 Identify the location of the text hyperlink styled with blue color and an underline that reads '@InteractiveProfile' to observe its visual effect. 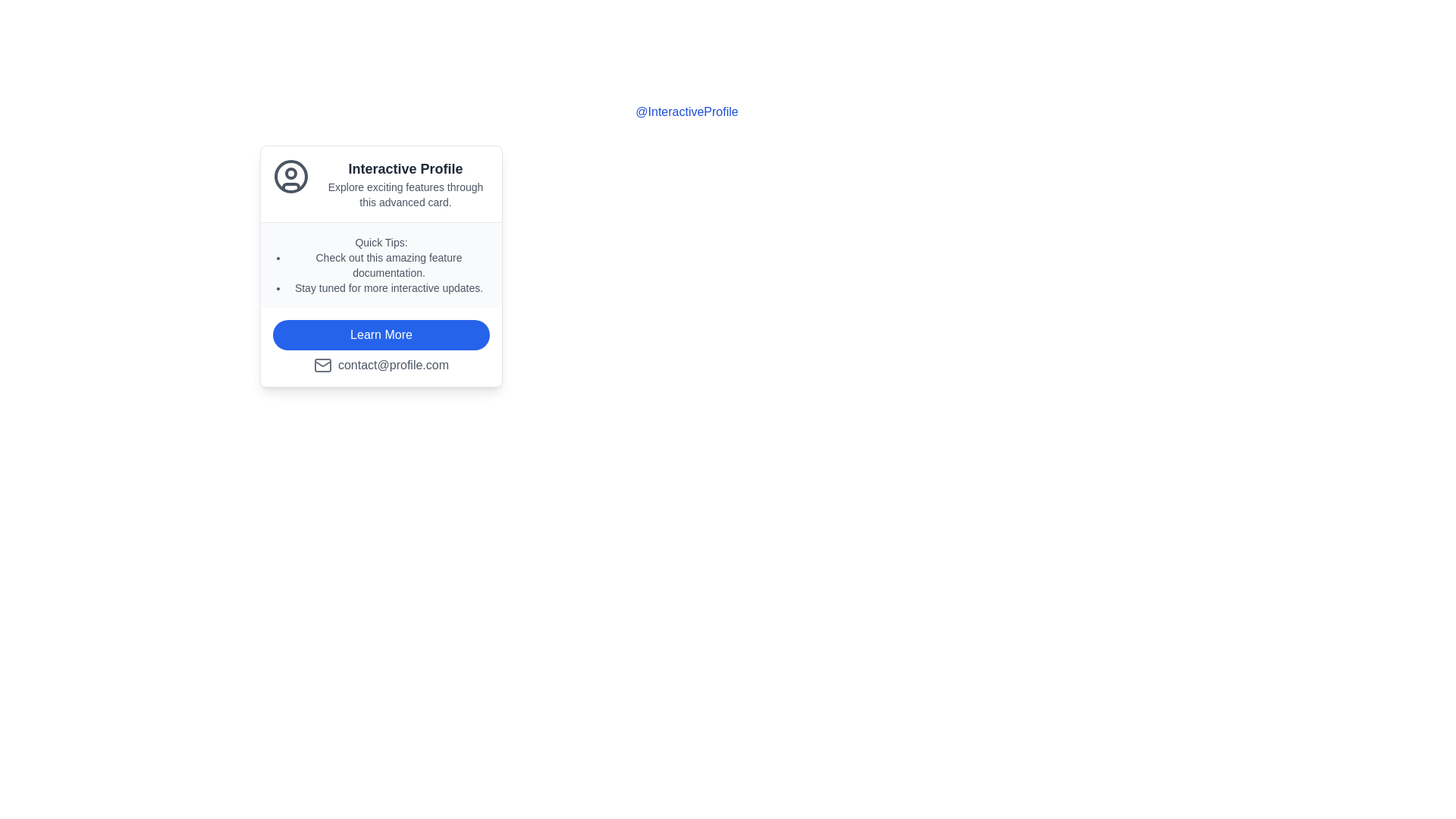
(686, 111).